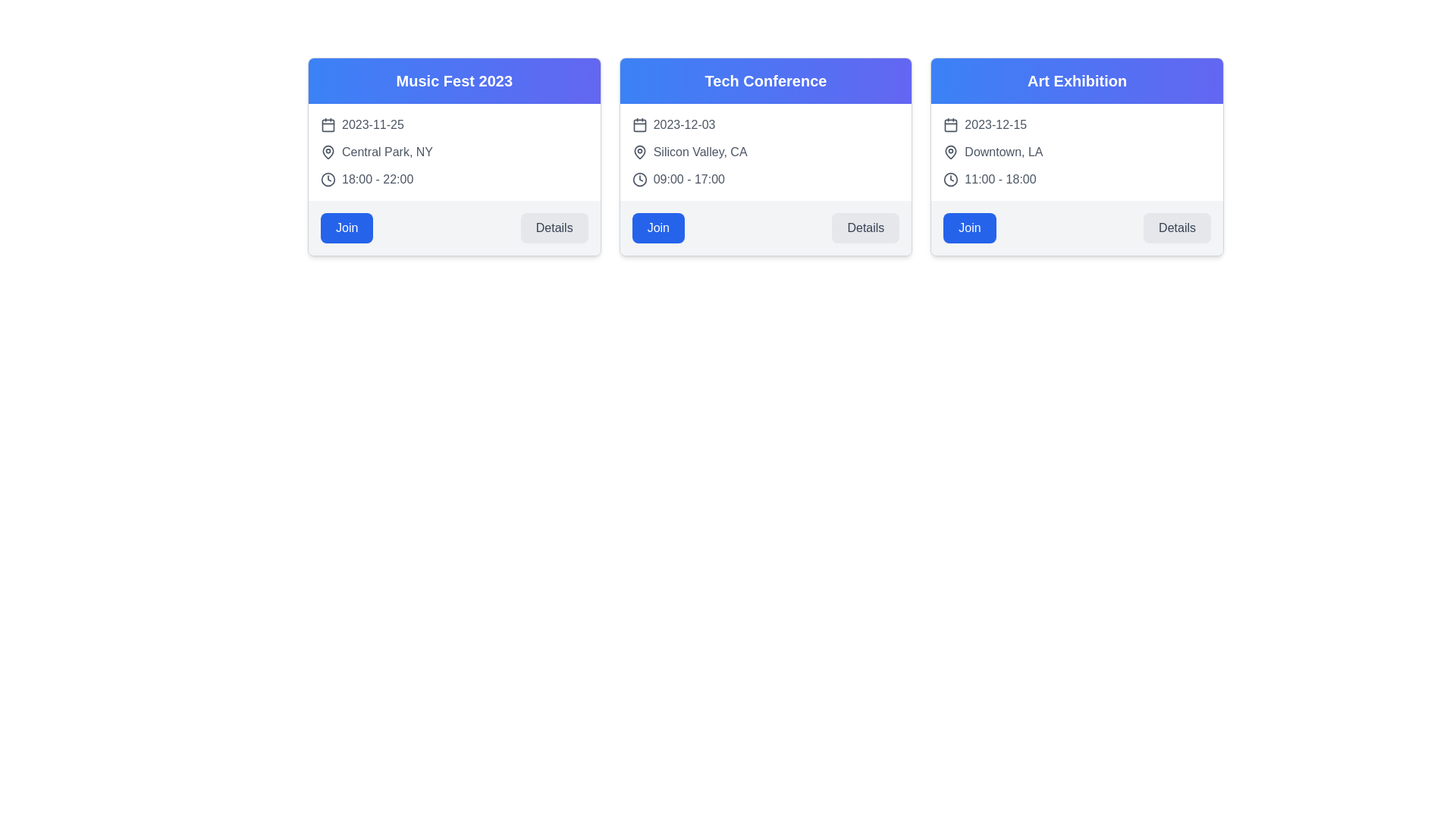  What do you see at coordinates (969, 227) in the screenshot?
I see `the 'Join' button for the 'Art Exhibition' event using keyboard navigation` at bounding box center [969, 227].